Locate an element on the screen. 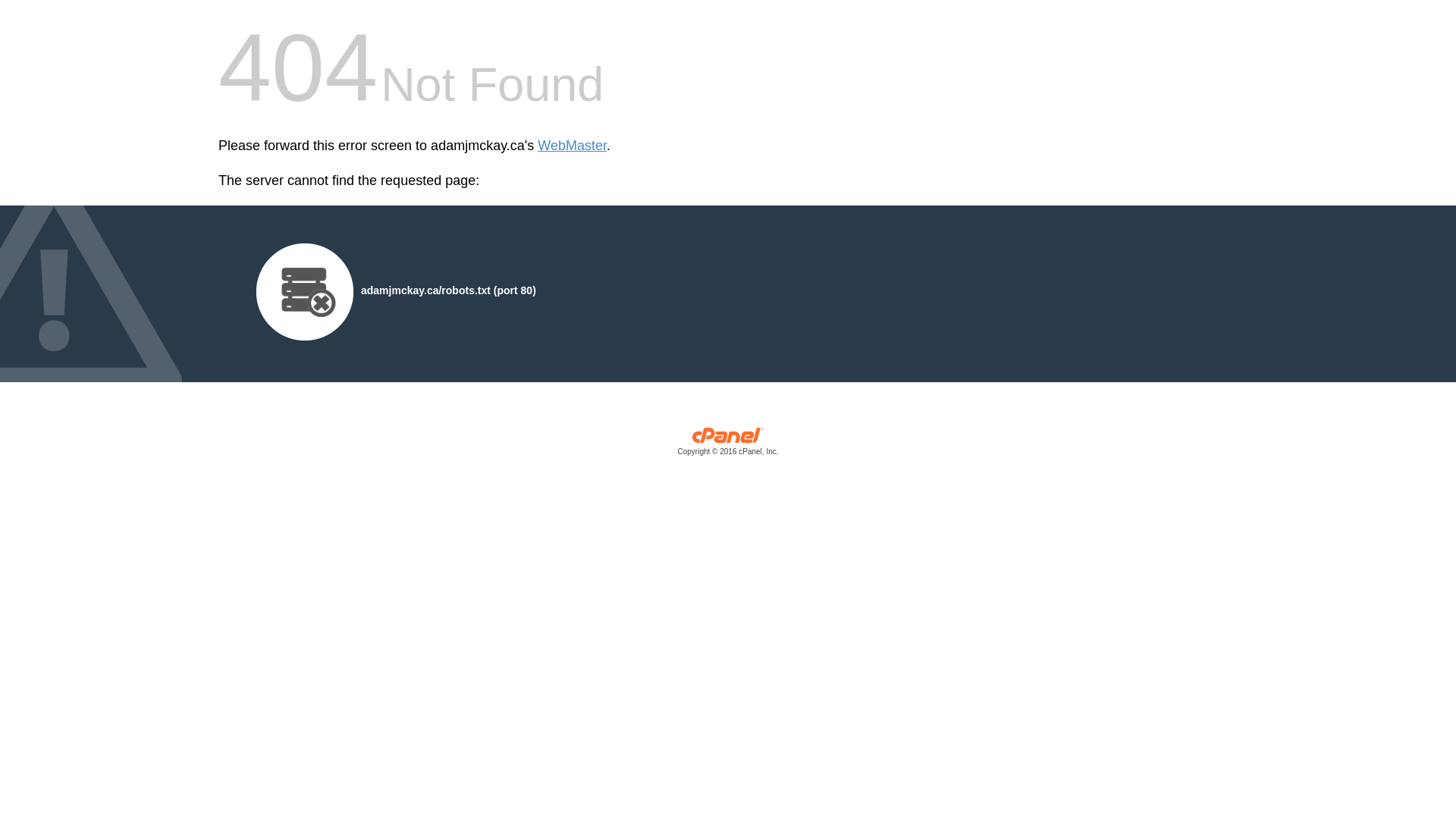  'WebMaster' is located at coordinates (538, 146).